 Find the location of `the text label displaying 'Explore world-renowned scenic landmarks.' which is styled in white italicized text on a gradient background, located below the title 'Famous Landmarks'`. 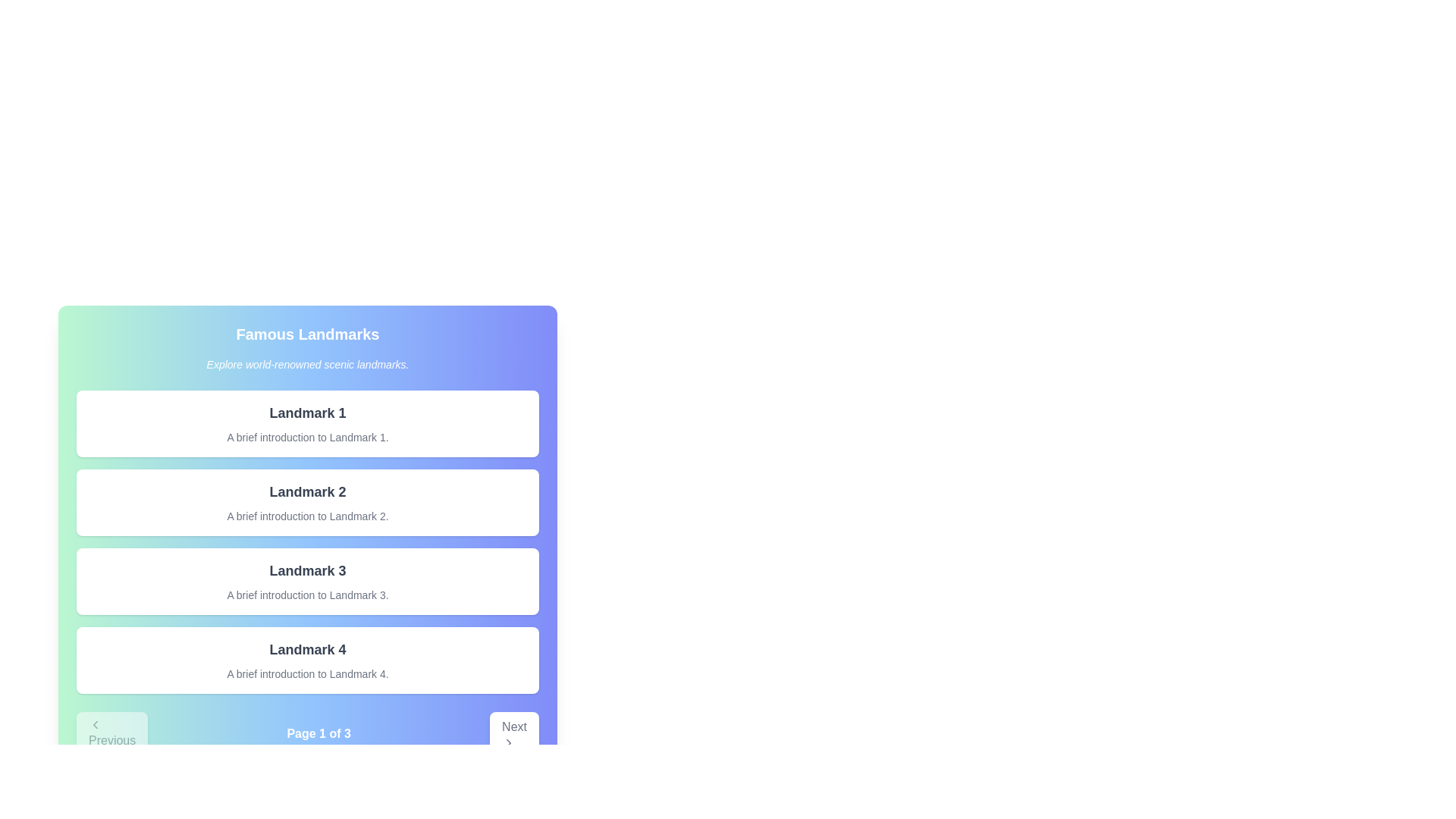

the text label displaying 'Explore world-renowned scenic landmarks.' which is styled in white italicized text on a gradient background, located below the title 'Famous Landmarks' is located at coordinates (307, 365).